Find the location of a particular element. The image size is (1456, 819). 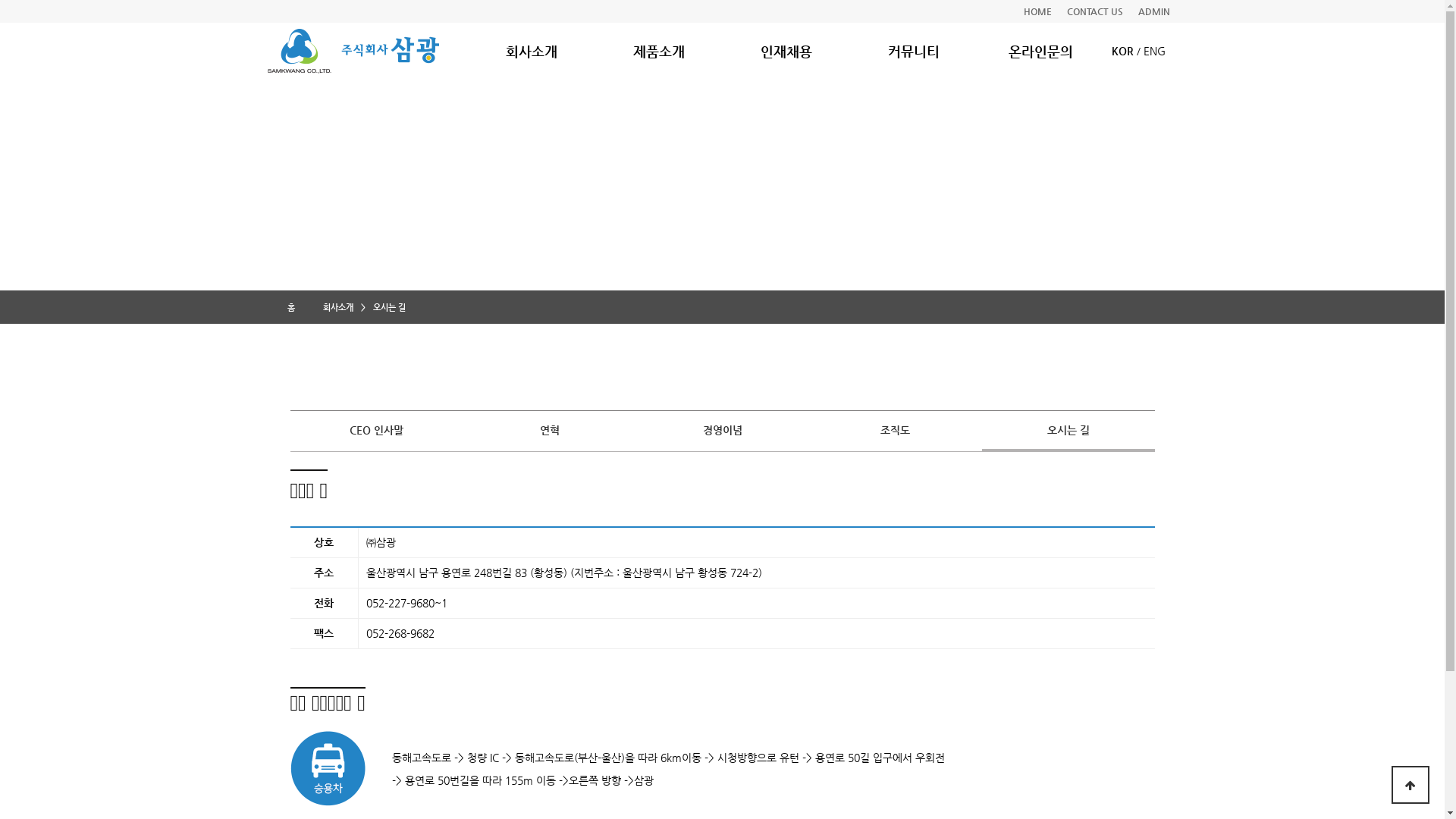

'CONTACT US' is located at coordinates (1094, 11).